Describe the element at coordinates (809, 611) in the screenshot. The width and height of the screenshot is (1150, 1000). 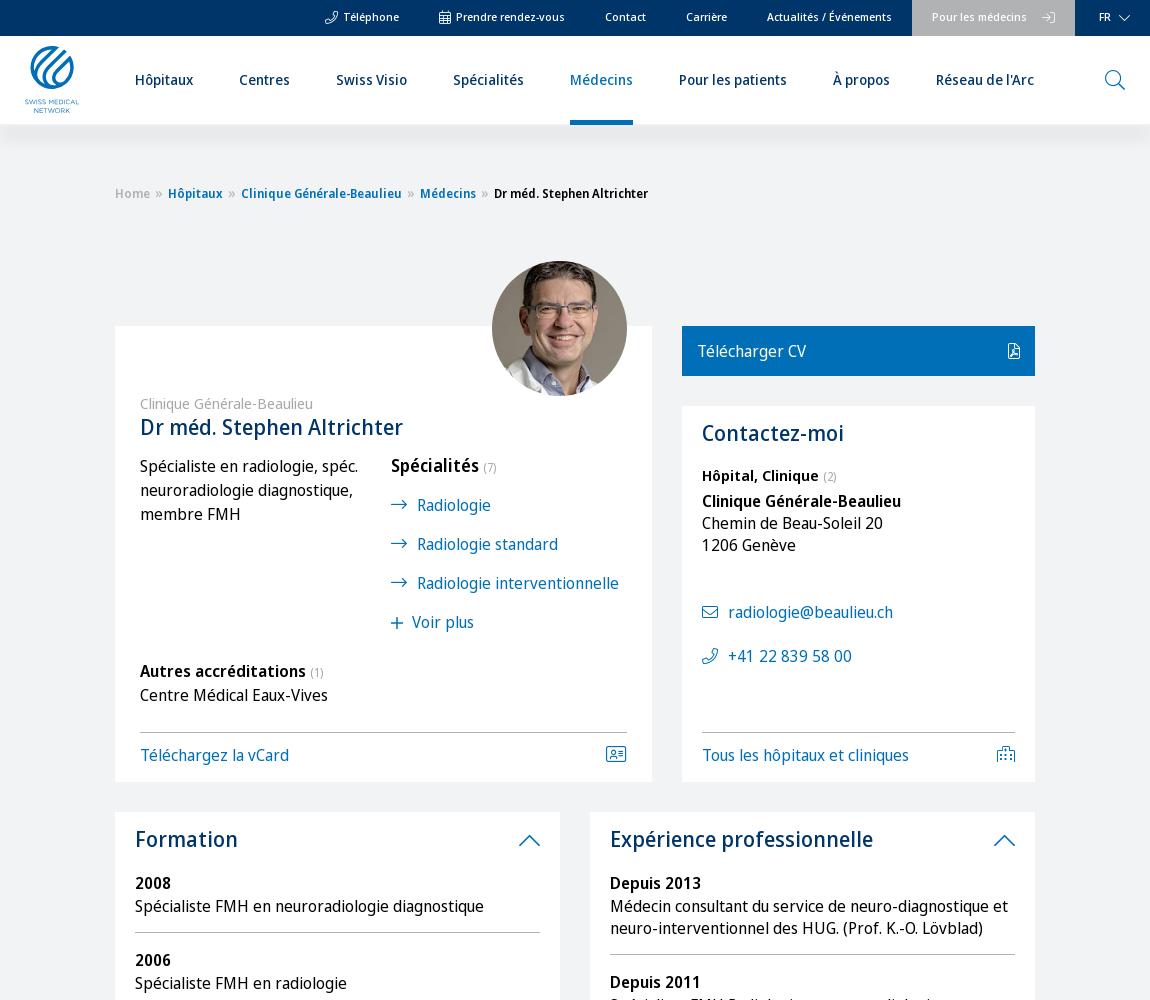
I see `'radiologie@beaulieu.ch'` at that location.